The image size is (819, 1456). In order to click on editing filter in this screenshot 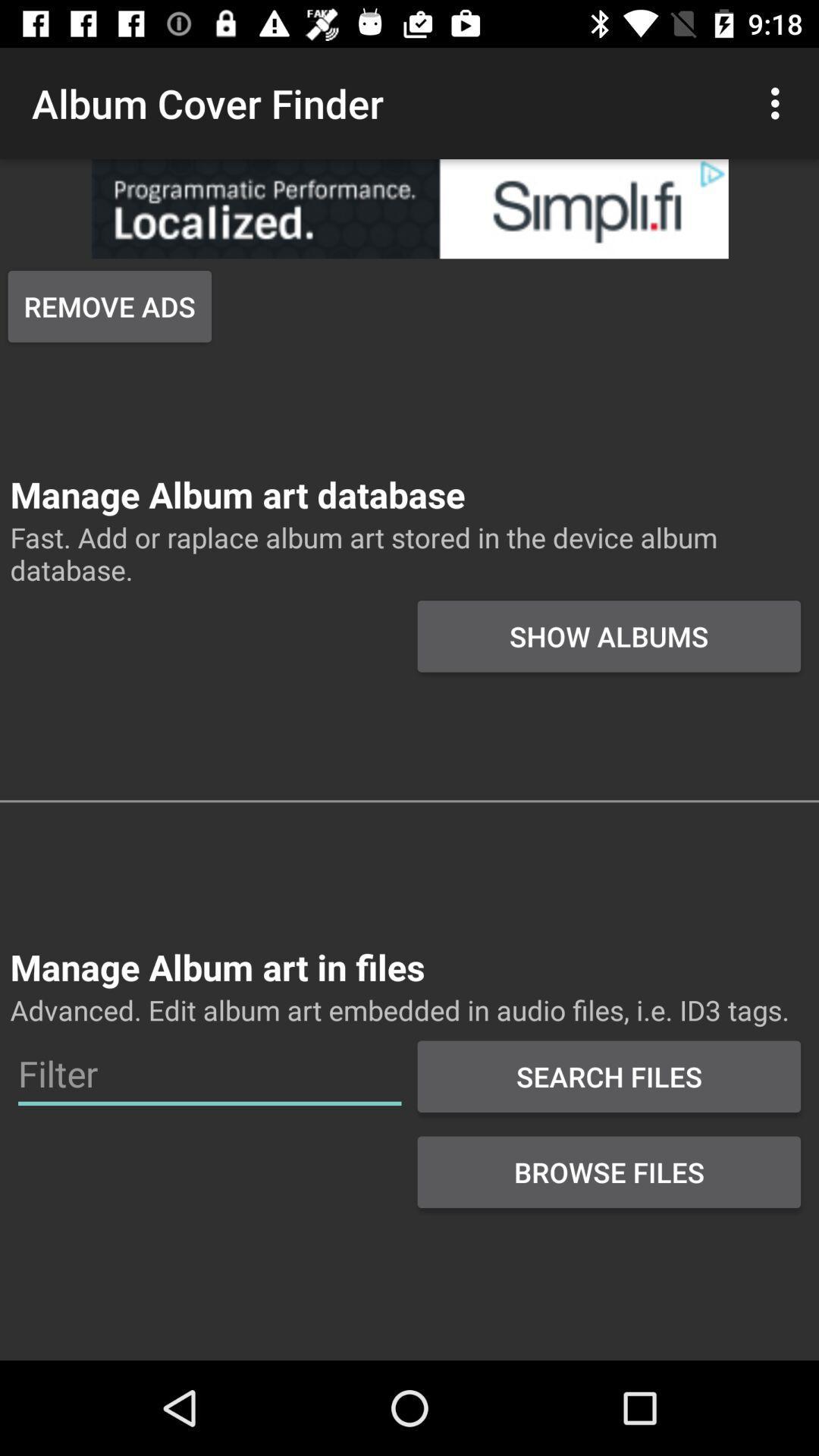, I will do `click(209, 1073)`.